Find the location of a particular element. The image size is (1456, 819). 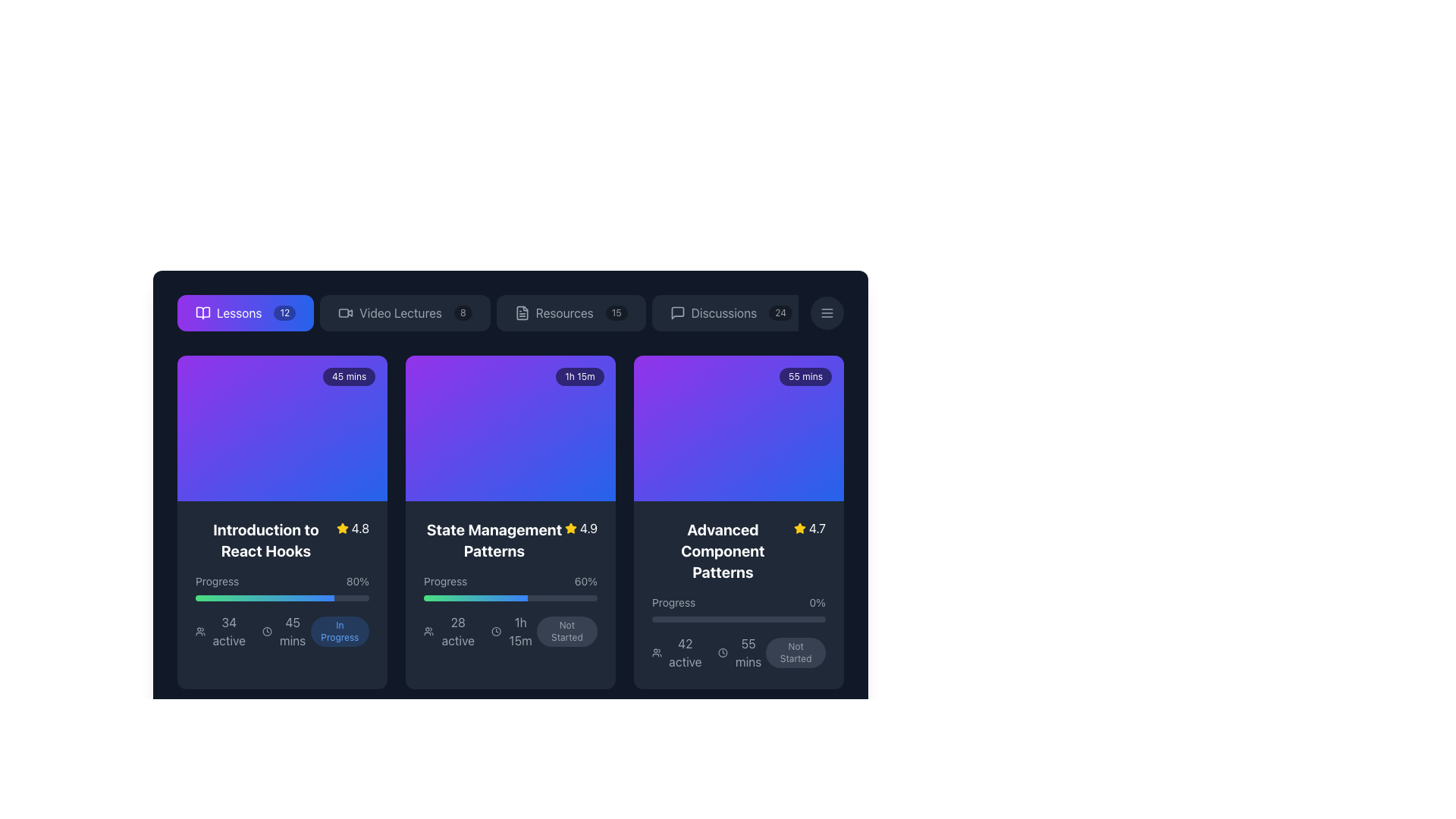

displayed information of the text-based UI component showing '45 mins' with a clock icon, located in the leftmost card under the 'Introduction to React Hooks' header is located at coordinates (286, 632).